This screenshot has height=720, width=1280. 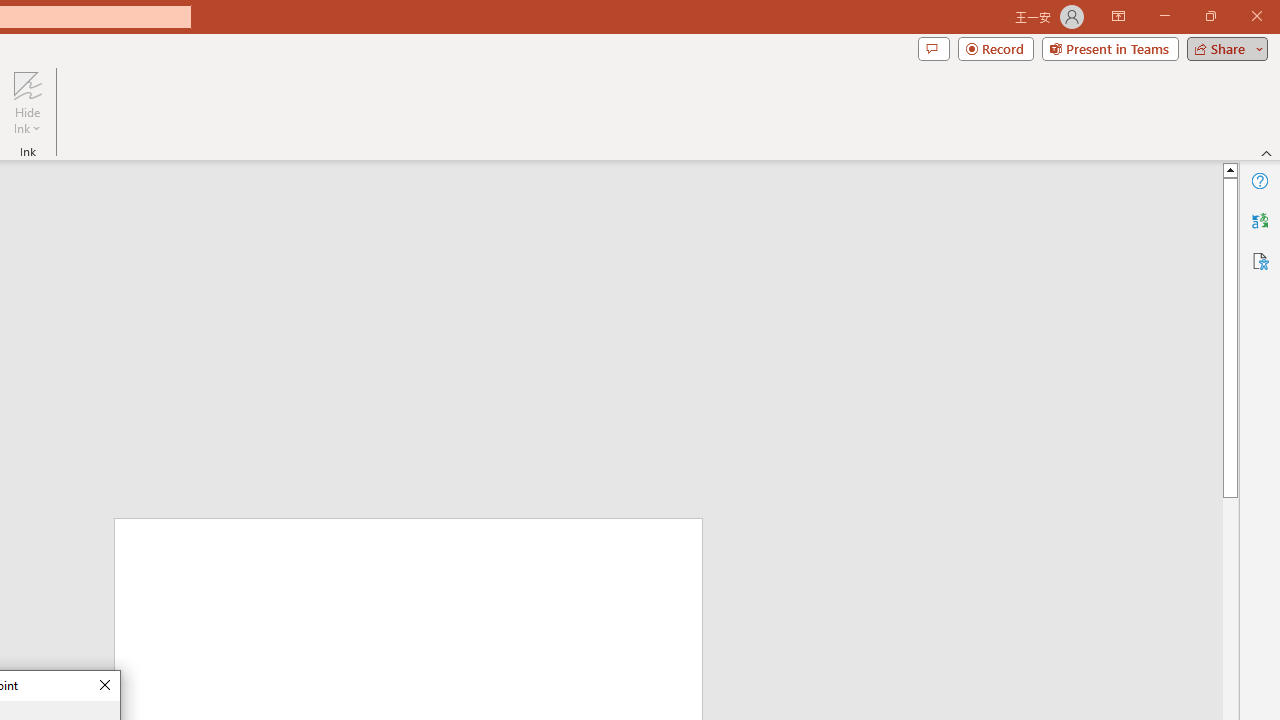 What do you see at coordinates (27, 84) in the screenshot?
I see `'Hide Ink'` at bounding box center [27, 84].